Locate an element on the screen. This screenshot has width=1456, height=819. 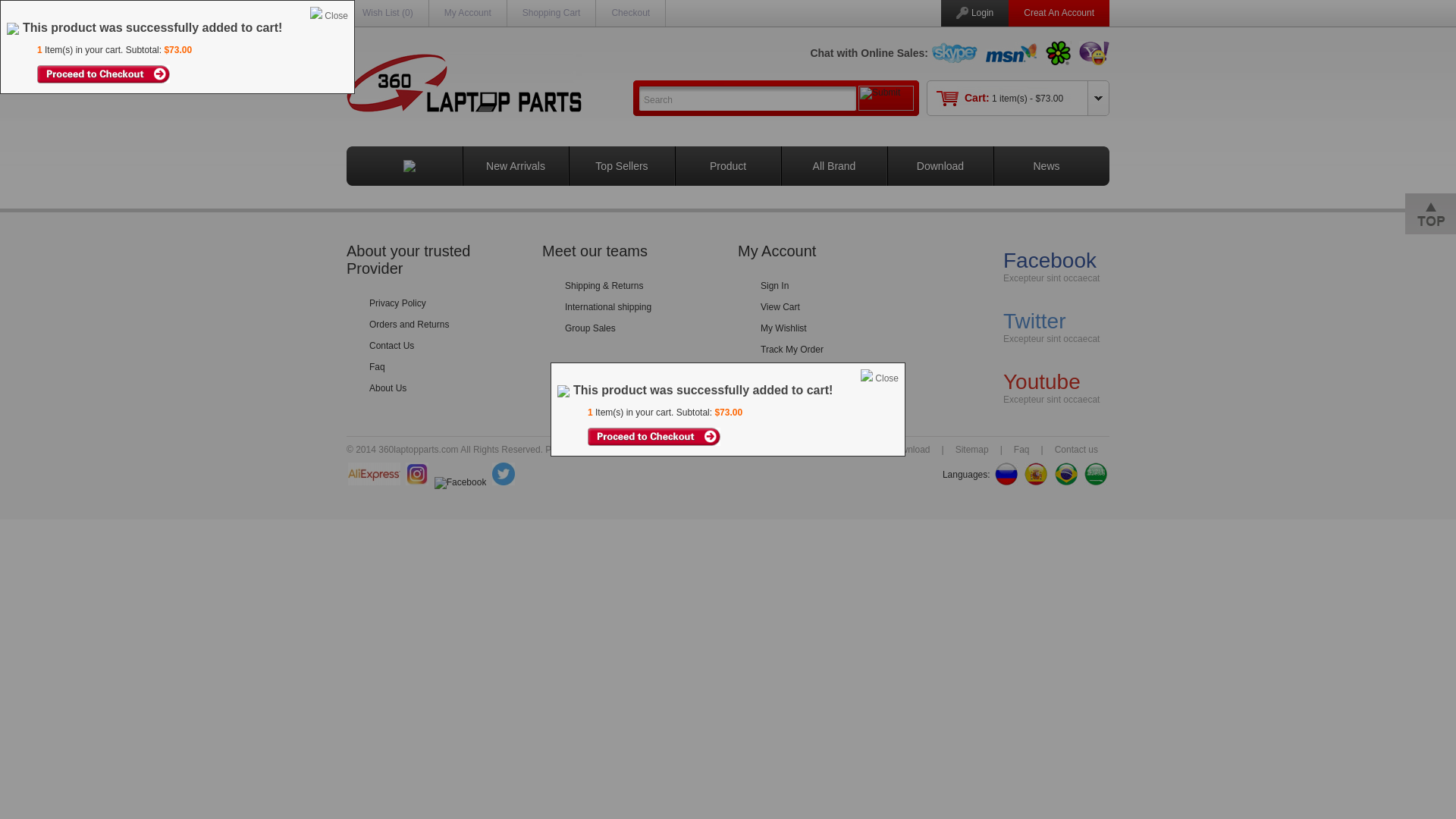
'Track My Order' is located at coordinates (791, 350).